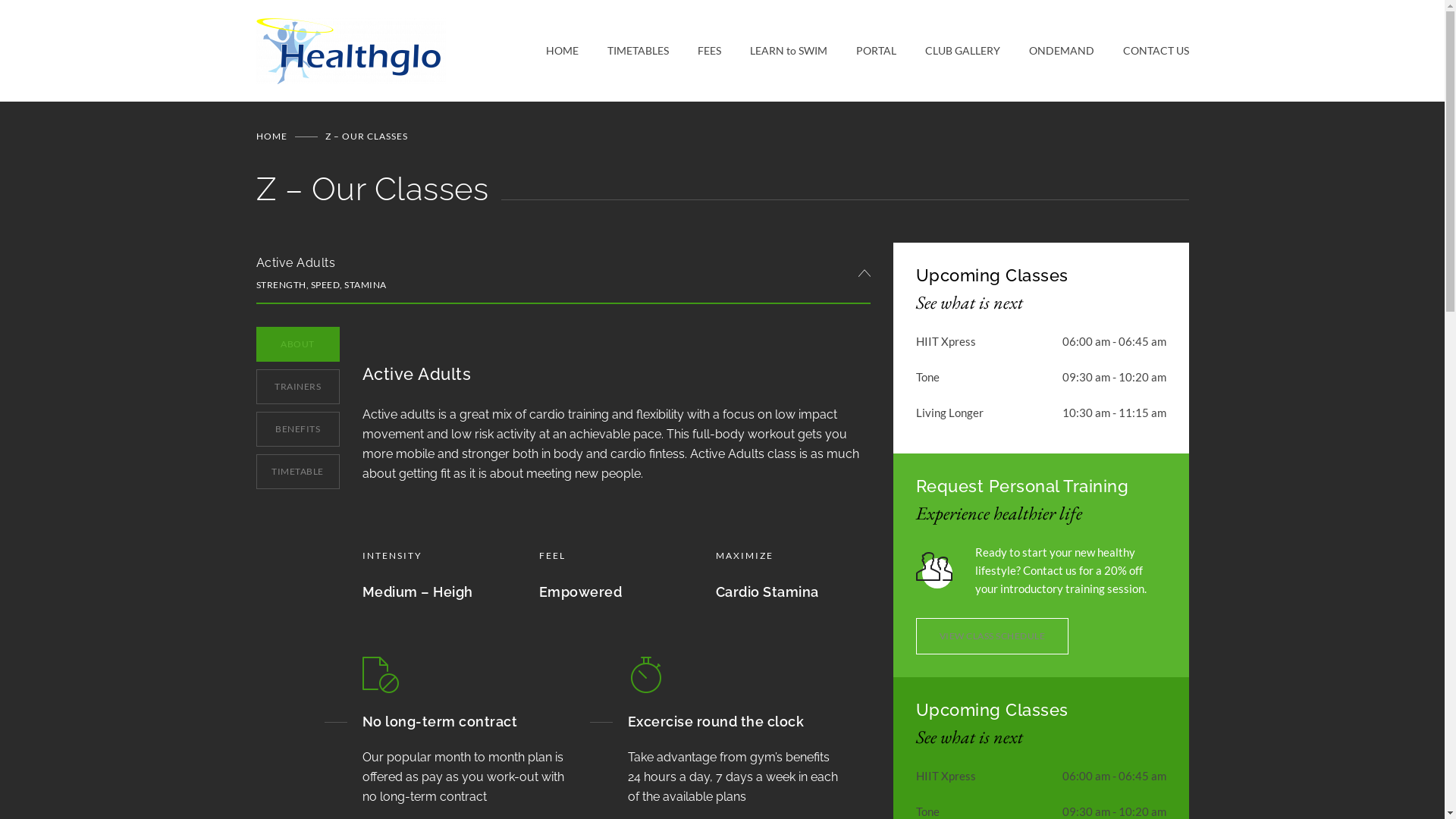 The height and width of the screenshot is (819, 1456). I want to click on 'Tone', so click(927, 810).